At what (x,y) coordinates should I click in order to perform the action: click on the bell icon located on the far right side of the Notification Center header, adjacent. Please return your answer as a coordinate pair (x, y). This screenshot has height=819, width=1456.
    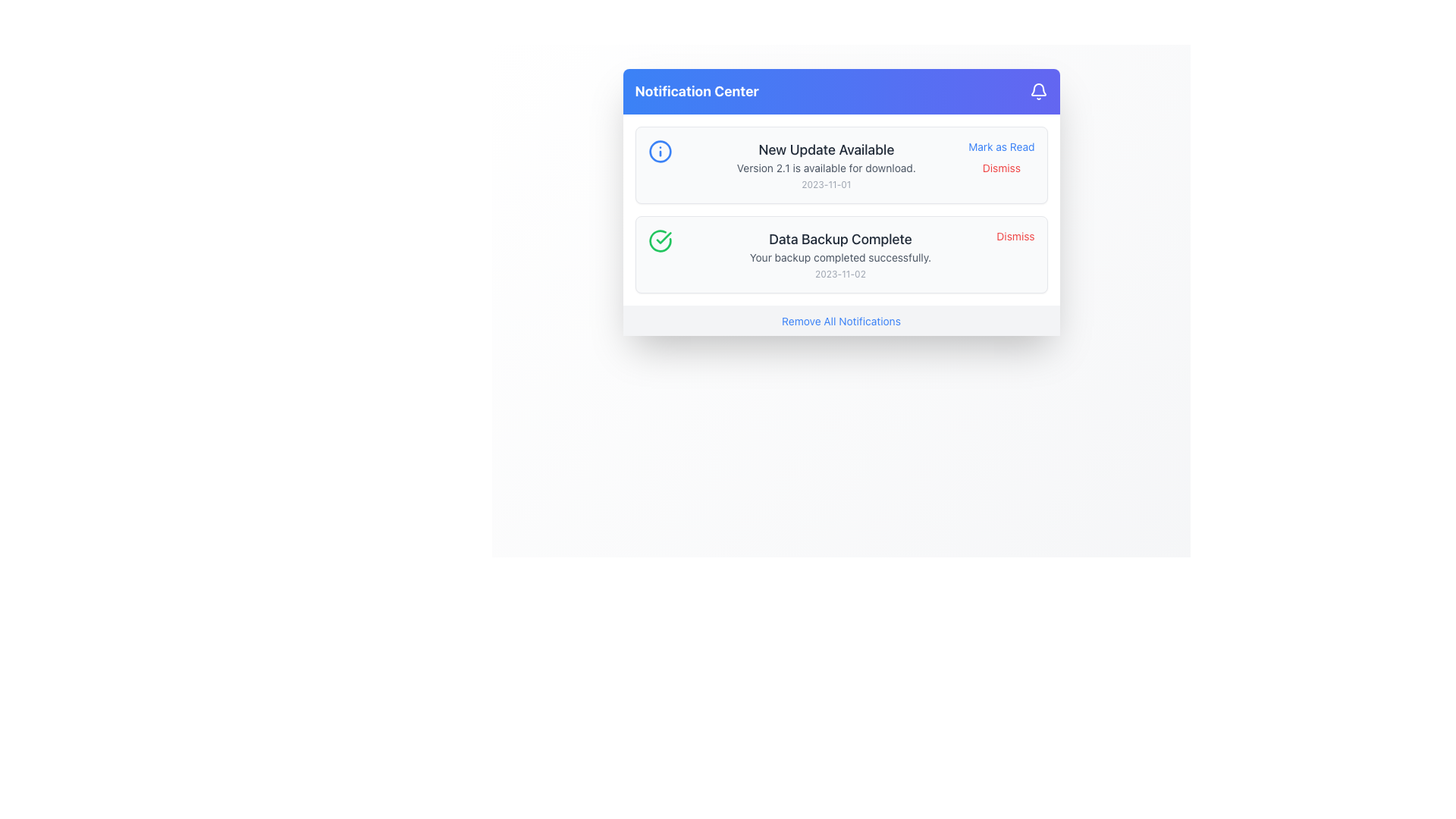
    Looking at the image, I should click on (1037, 91).